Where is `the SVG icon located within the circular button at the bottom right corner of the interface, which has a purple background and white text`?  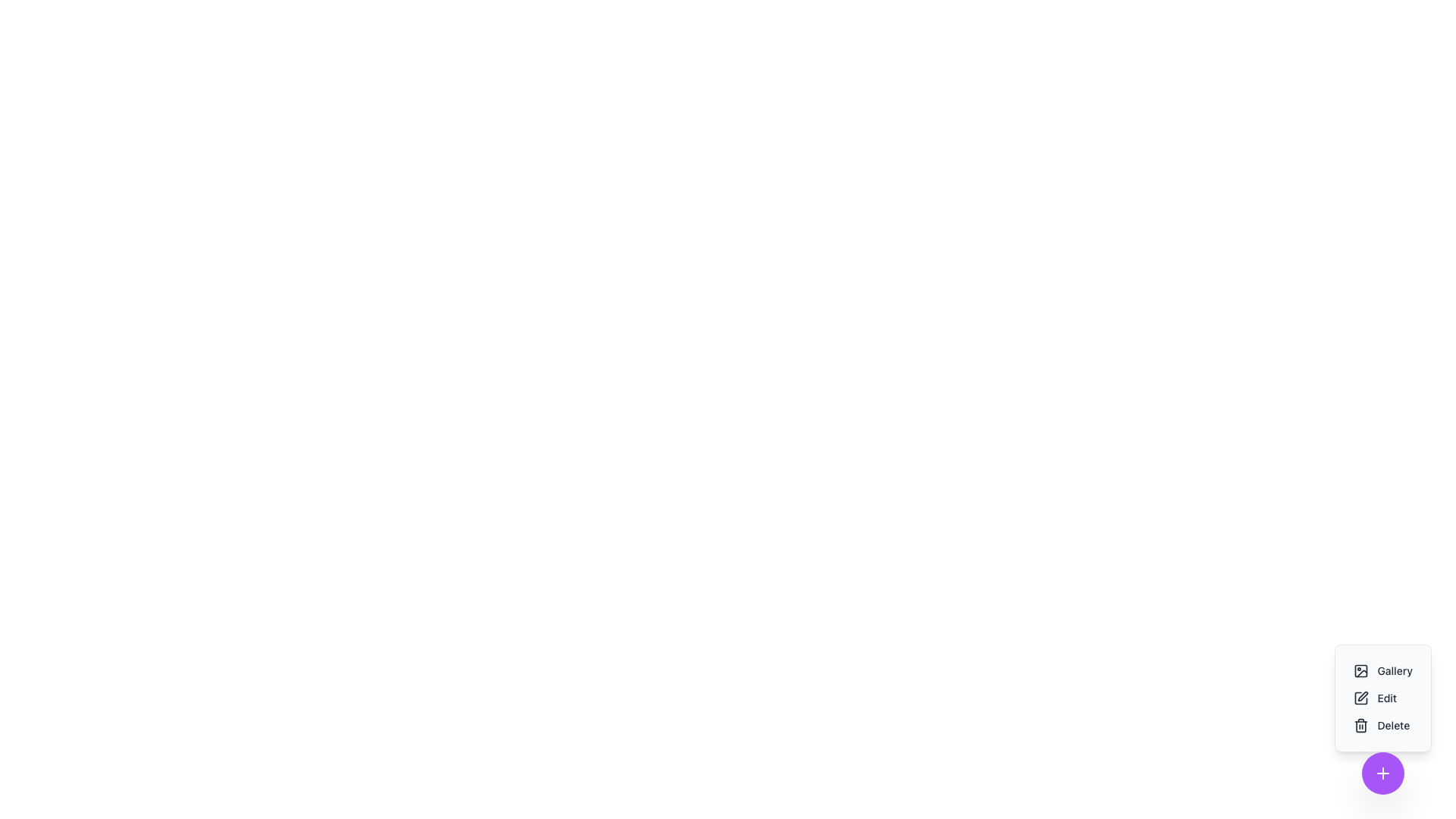 the SVG icon located within the circular button at the bottom right corner of the interface, which has a purple background and white text is located at coordinates (1382, 773).